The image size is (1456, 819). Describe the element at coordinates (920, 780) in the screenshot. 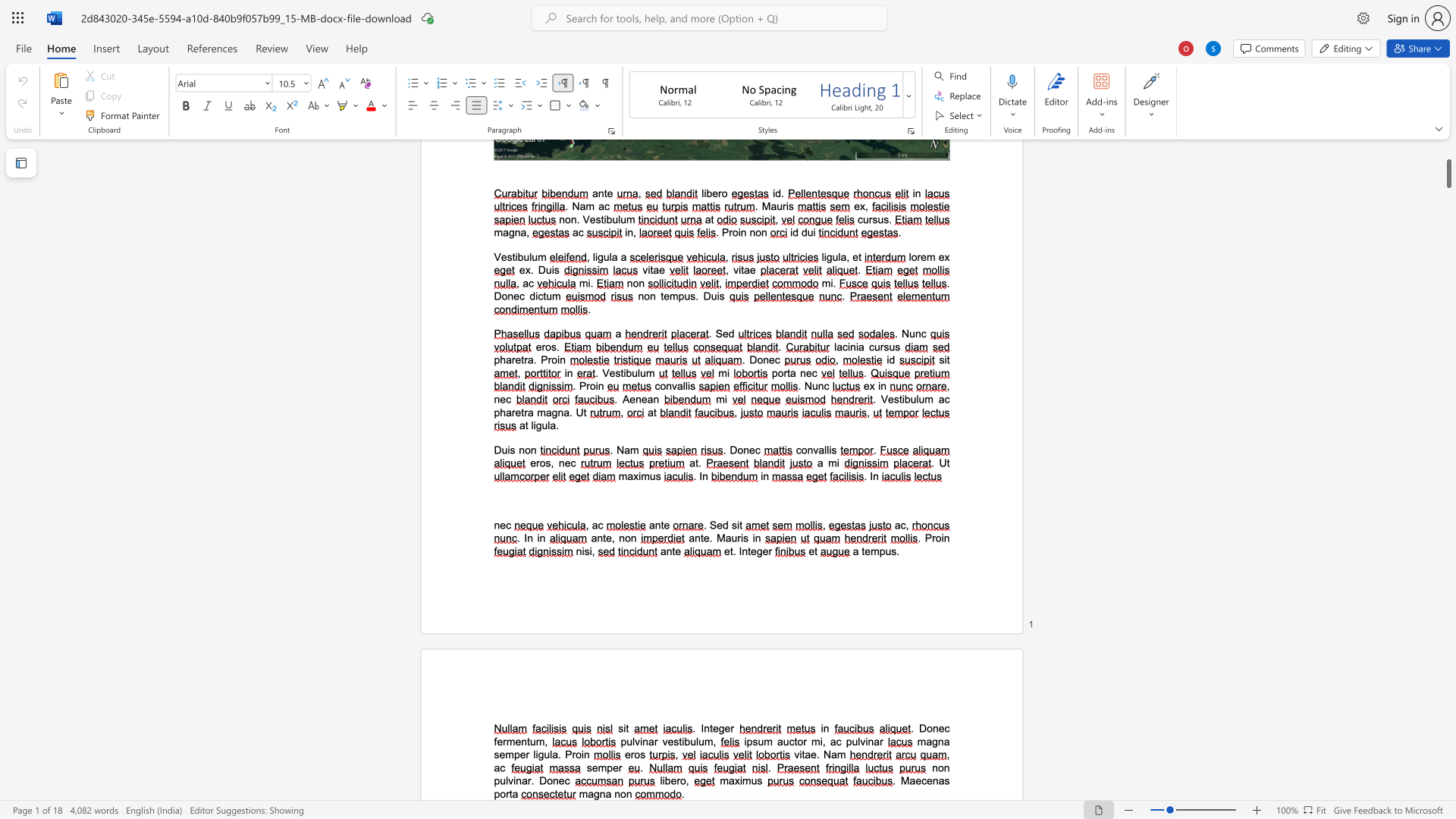

I see `the space between the continuous character "e" and "c" in the text` at that location.